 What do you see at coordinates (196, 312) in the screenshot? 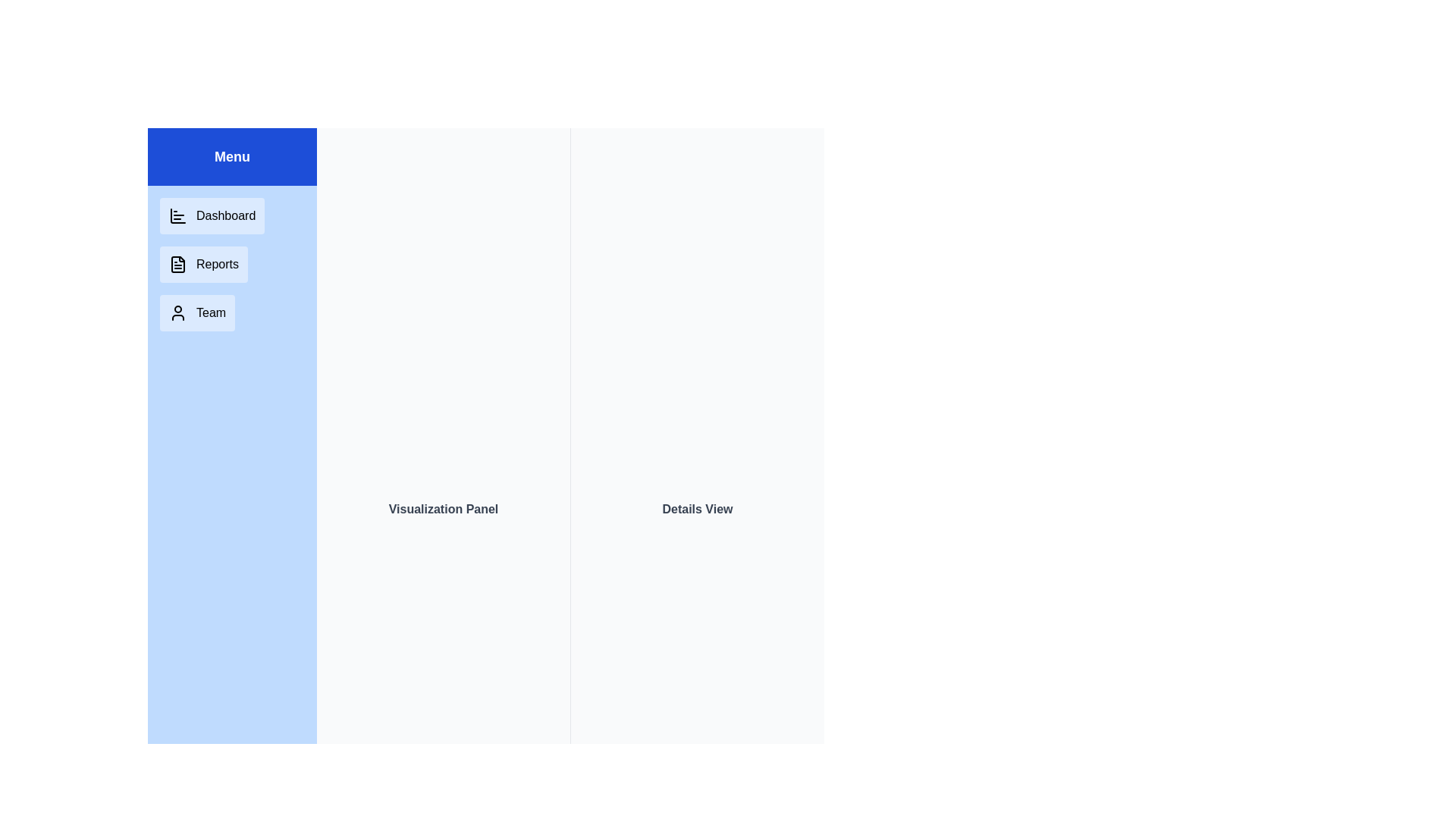
I see `the 'Team' navigation button located in the vertical menu, which is the third item below the 'Reports' button, to observe its hover effects` at bounding box center [196, 312].